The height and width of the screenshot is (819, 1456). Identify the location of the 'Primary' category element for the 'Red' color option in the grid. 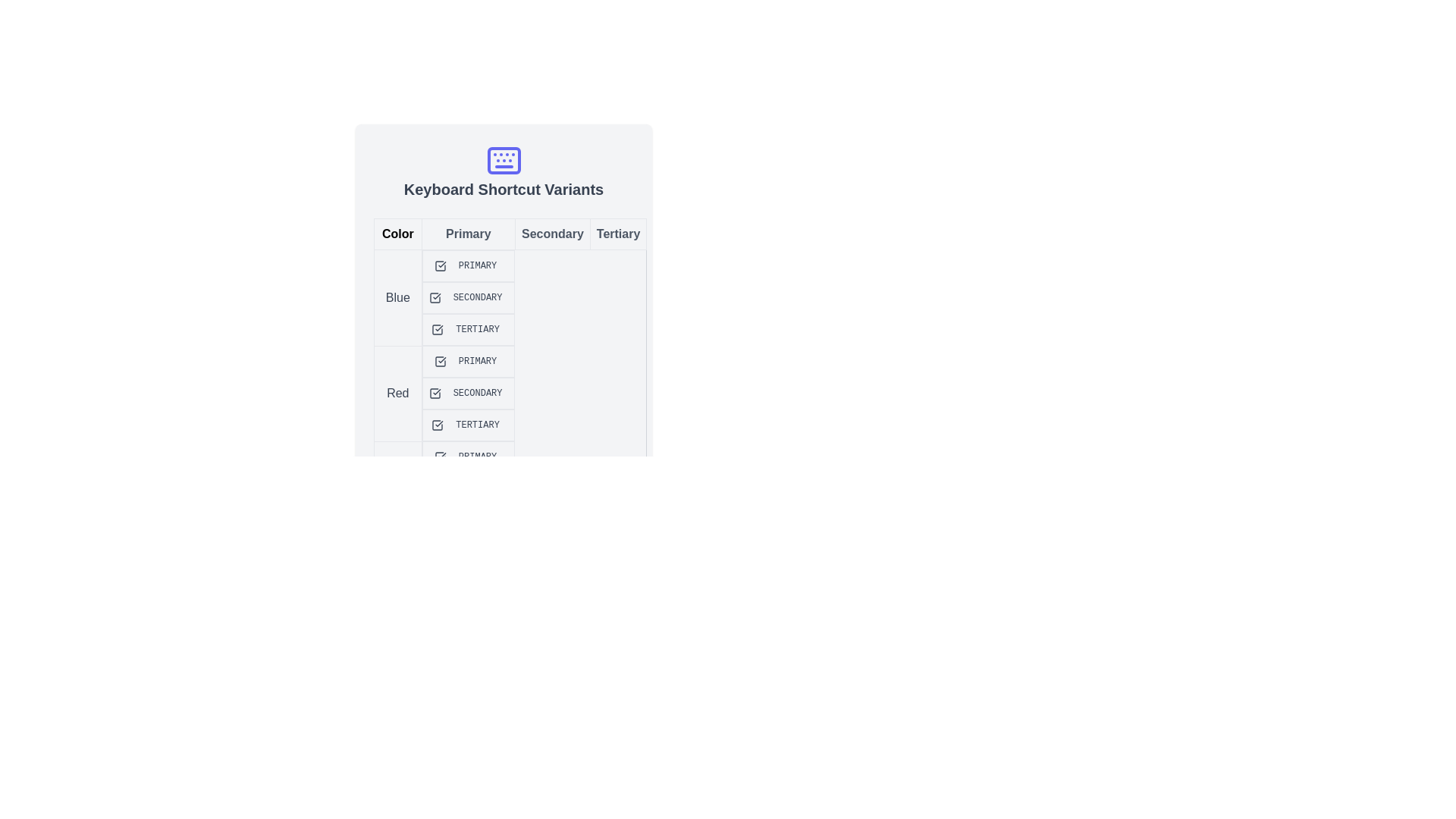
(468, 362).